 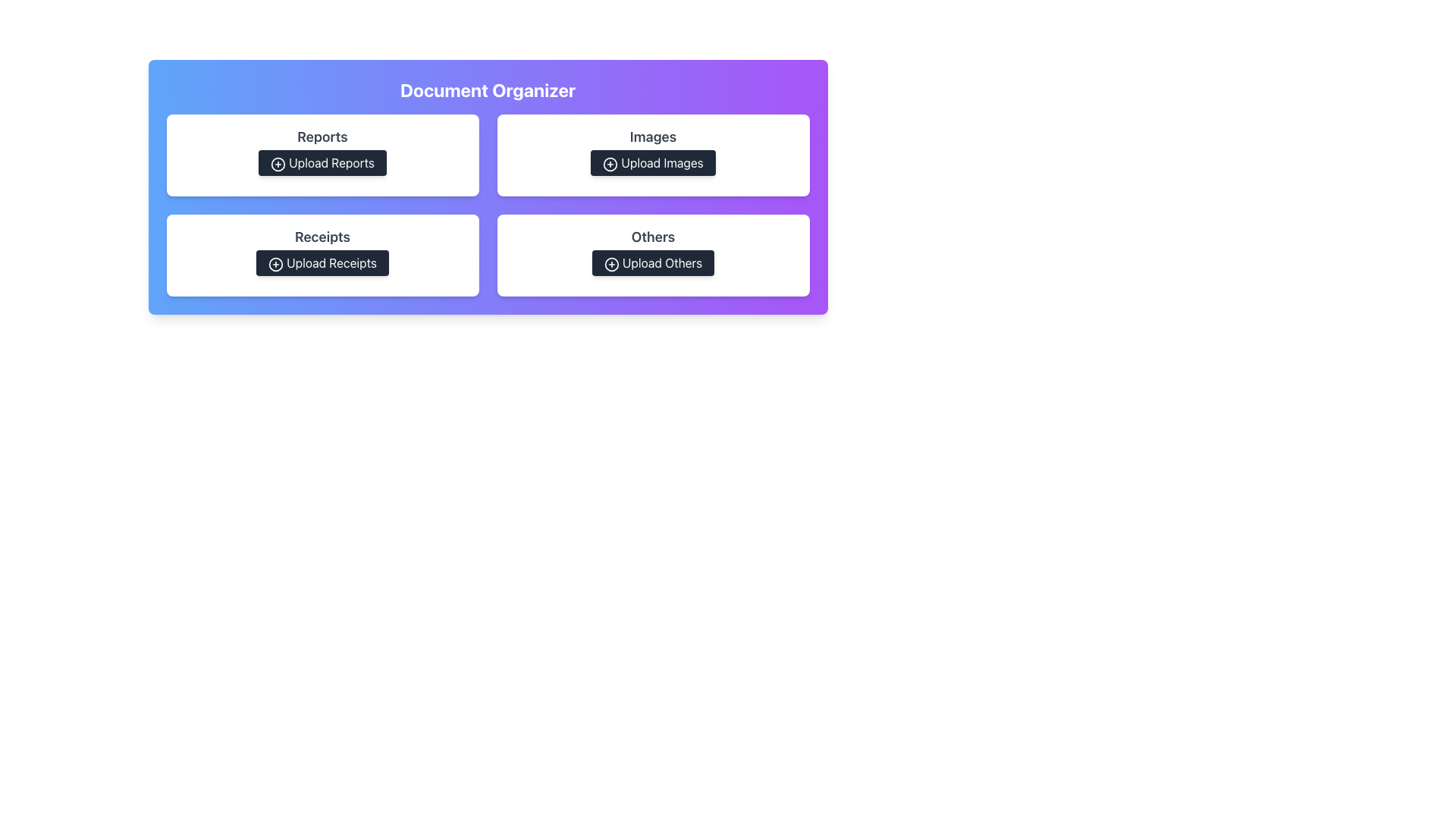 I want to click on the 'Upload Receipts' button, which has a dark grey background, white text, and a plus icon, so click(x=322, y=262).